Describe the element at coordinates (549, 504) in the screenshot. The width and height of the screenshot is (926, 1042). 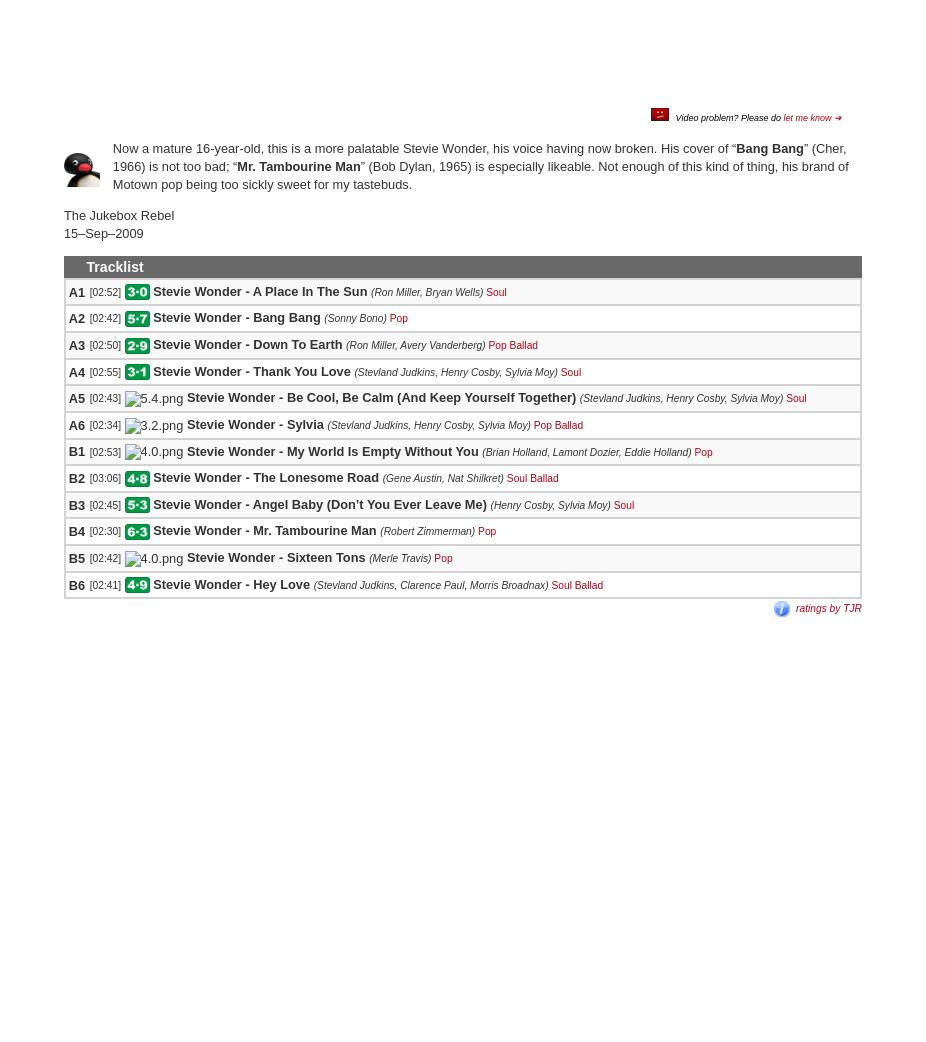
I see `'(Henry Cosby, Sylvia Moy)'` at that location.